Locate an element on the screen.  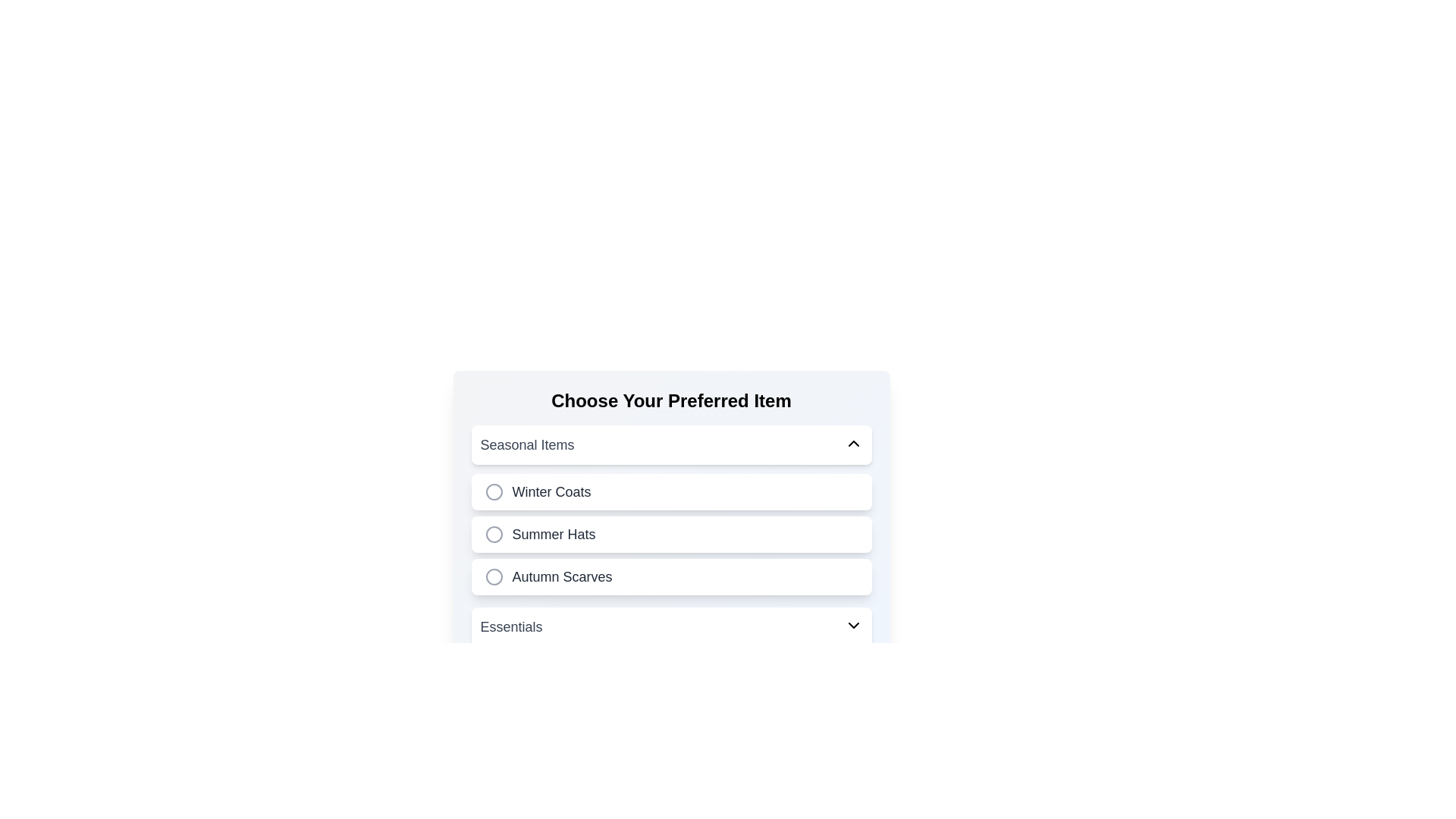
on the radio button labeled 'Summer Hats' within the 'Seasonal Items' section is located at coordinates (670, 534).